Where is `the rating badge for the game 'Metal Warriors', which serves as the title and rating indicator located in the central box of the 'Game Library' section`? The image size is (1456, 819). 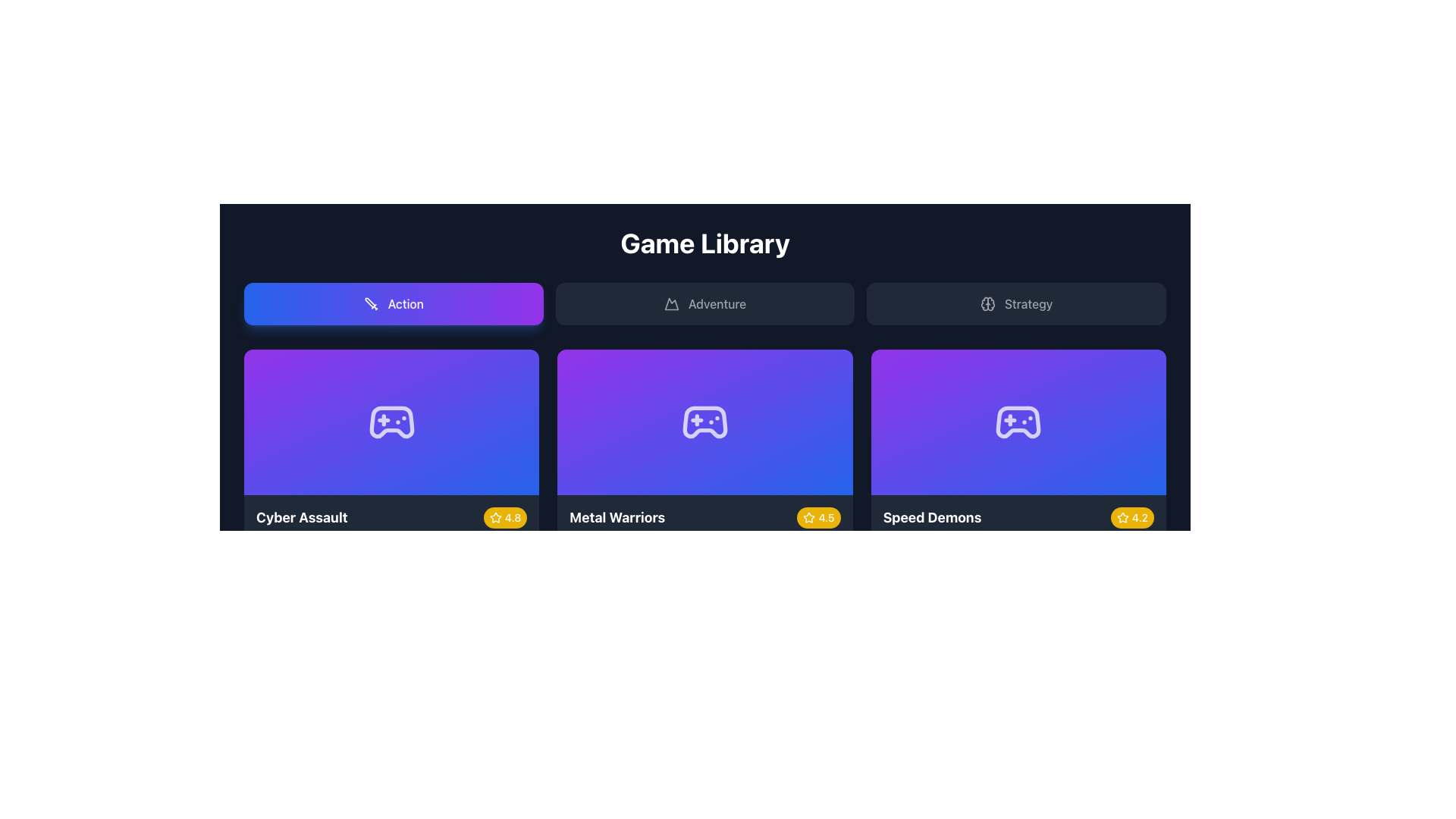
the rating badge for the game 'Metal Warriors', which serves as the title and rating indicator located in the central box of the 'Game Library' section is located at coordinates (704, 516).